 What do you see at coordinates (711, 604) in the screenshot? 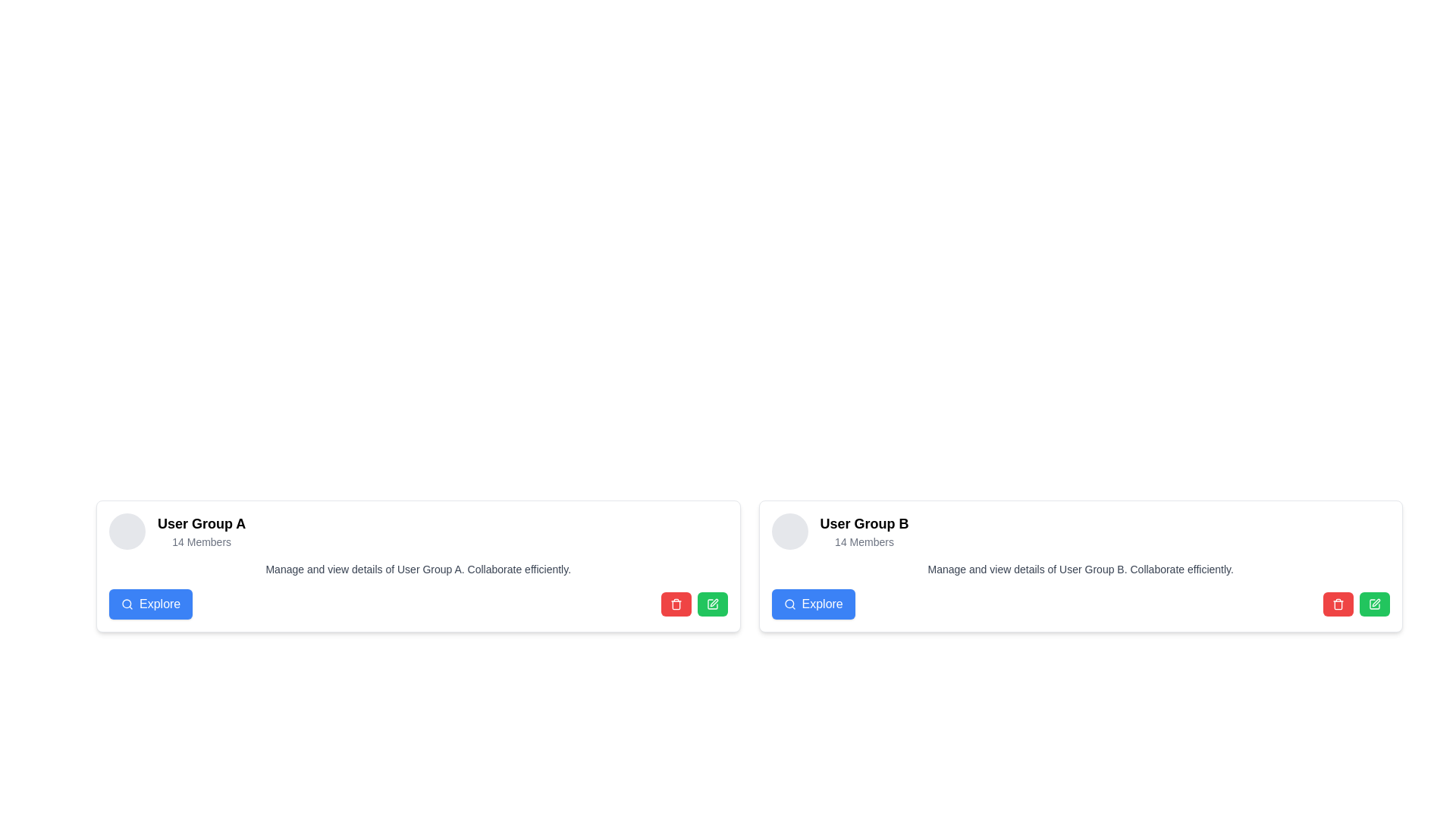
I see `the edit icon button within the green button located at the bottom right of the 'User Group A' card` at bounding box center [711, 604].